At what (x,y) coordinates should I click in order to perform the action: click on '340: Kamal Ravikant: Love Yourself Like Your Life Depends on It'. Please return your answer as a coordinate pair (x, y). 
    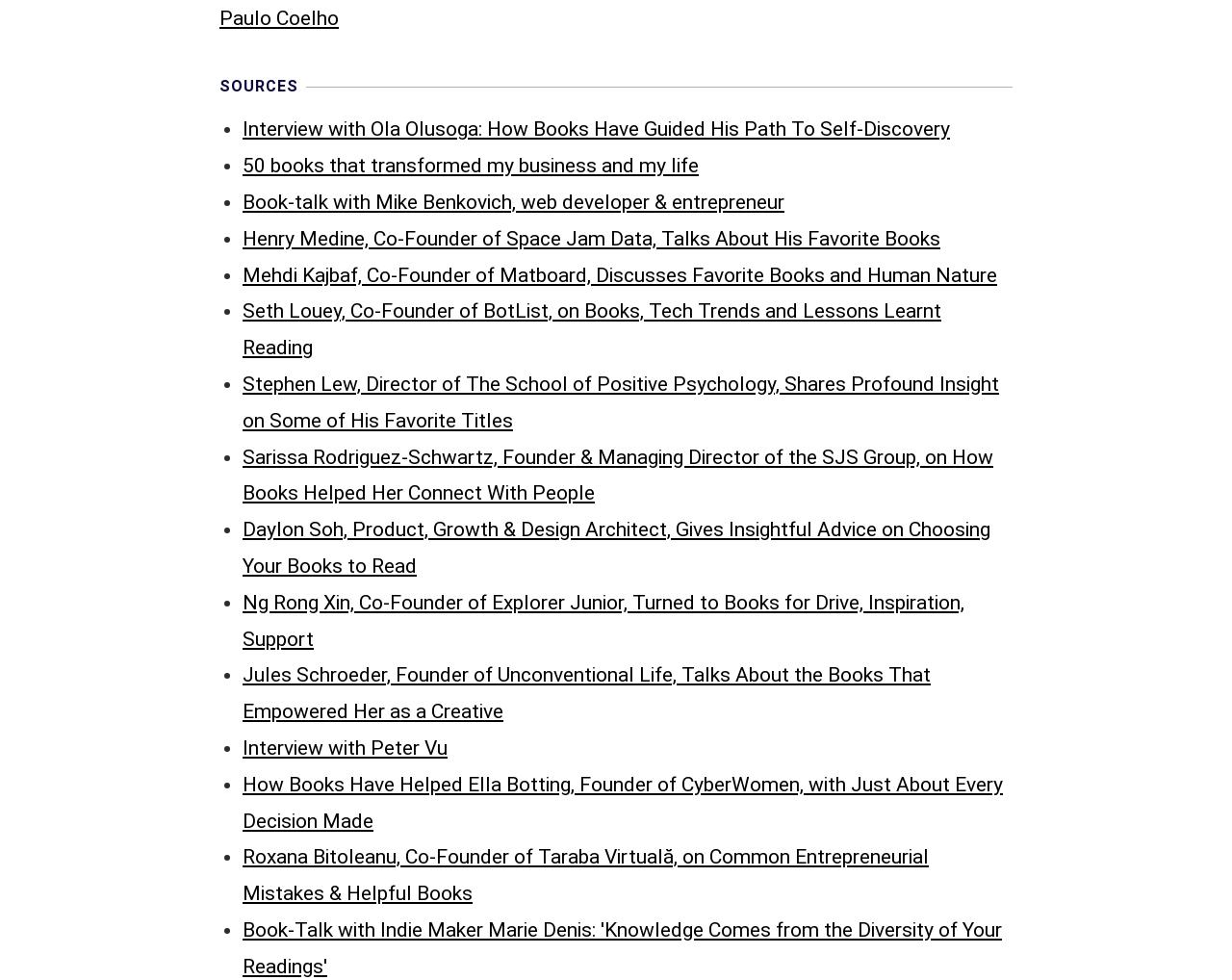
    Looking at the image, I should click on (524, 601).